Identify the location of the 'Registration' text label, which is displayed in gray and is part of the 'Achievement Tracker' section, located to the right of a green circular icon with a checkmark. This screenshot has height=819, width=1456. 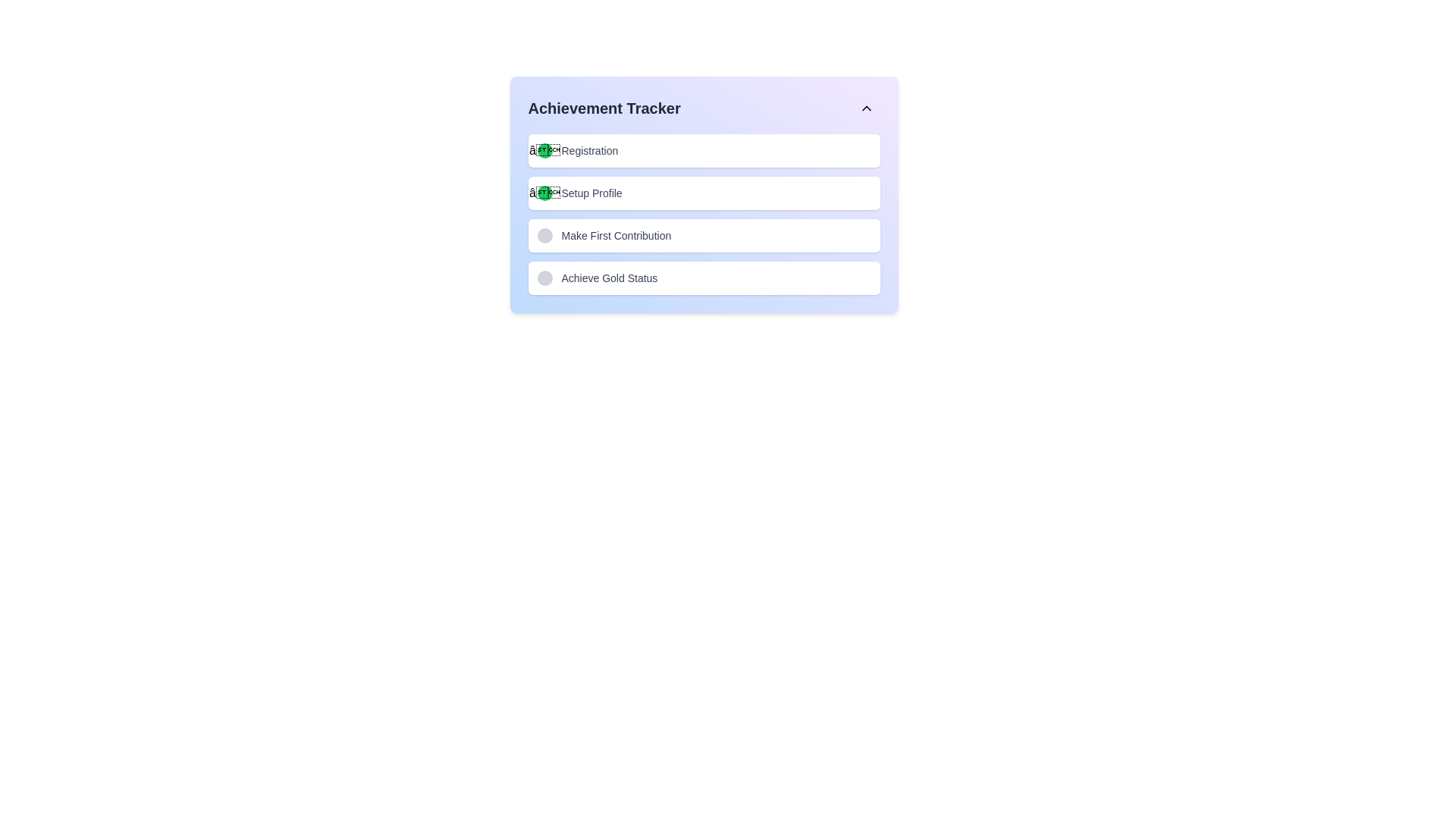
(588, 151).